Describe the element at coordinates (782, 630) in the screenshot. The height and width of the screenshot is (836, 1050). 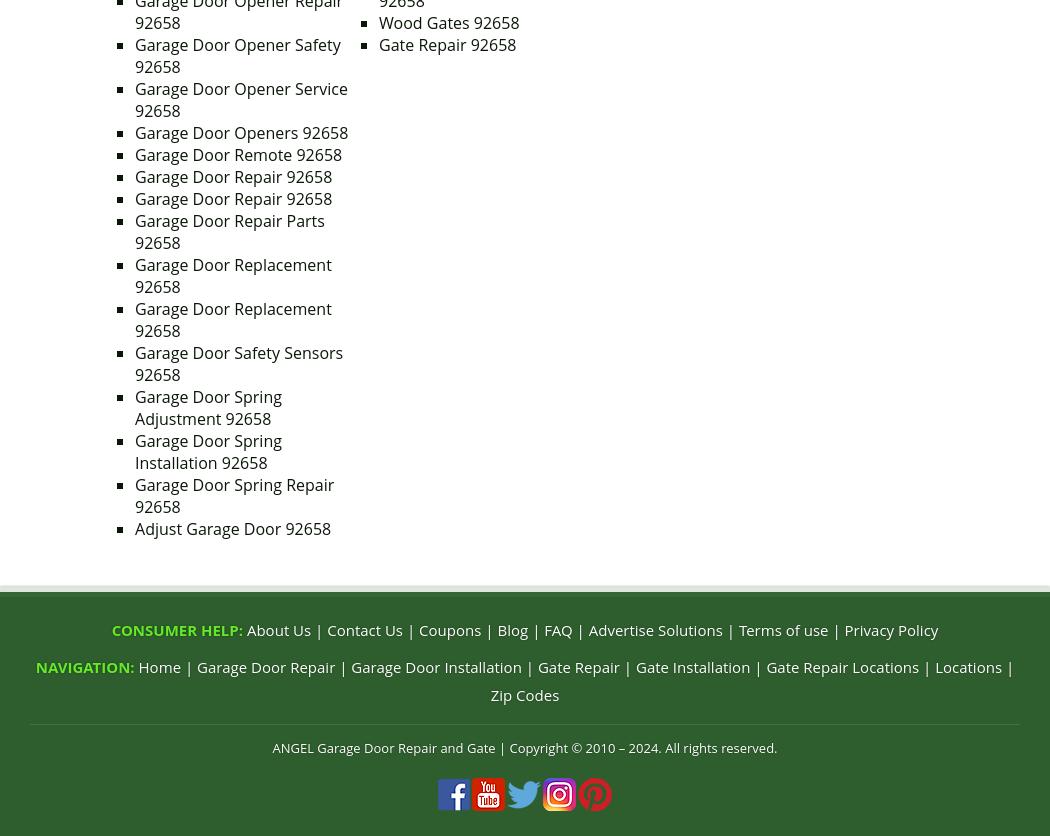
I see `'Terms of use'` at that location.